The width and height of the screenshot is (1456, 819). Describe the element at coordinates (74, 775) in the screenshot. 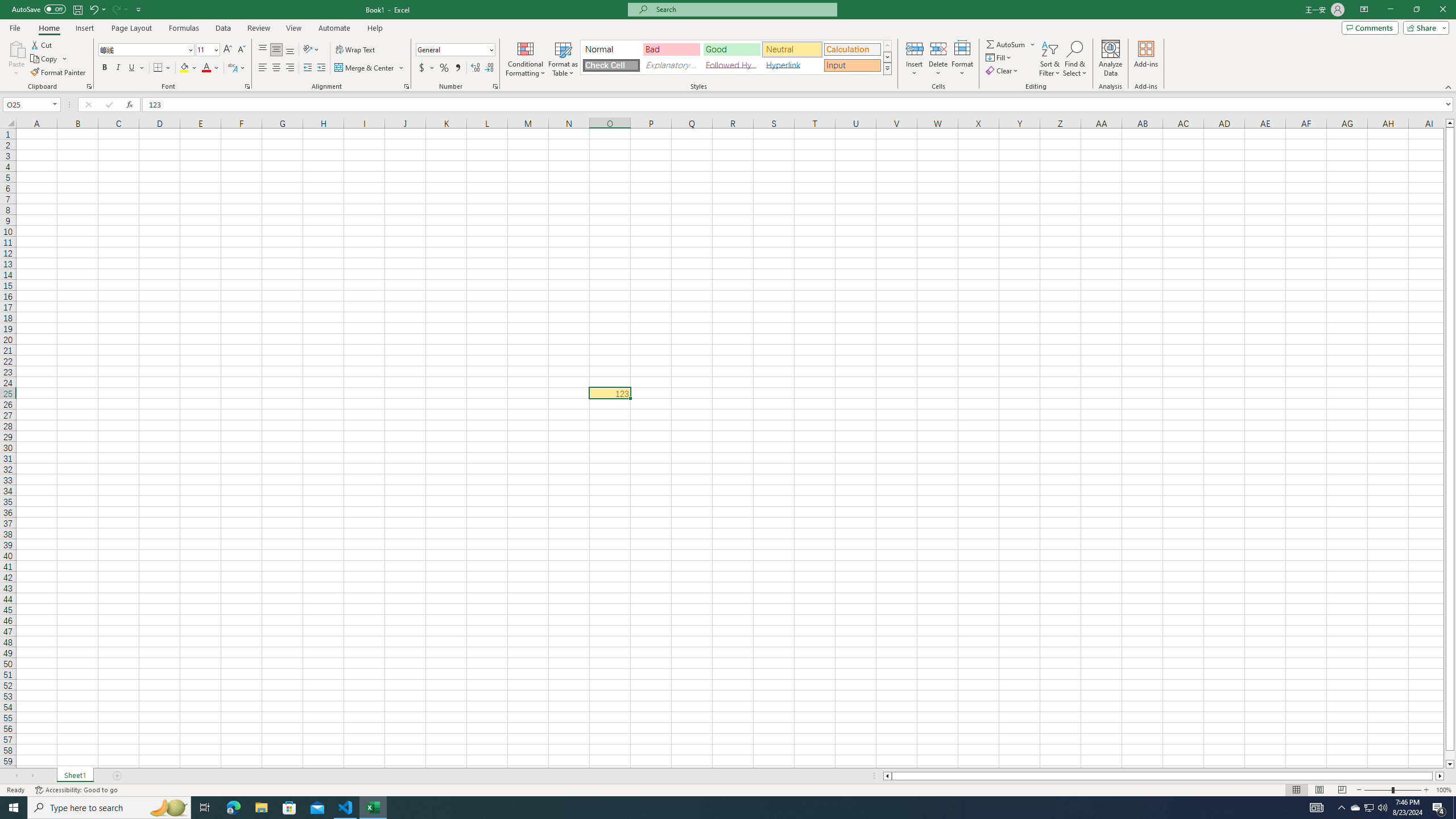

I see `'Sheet1'` at that location.